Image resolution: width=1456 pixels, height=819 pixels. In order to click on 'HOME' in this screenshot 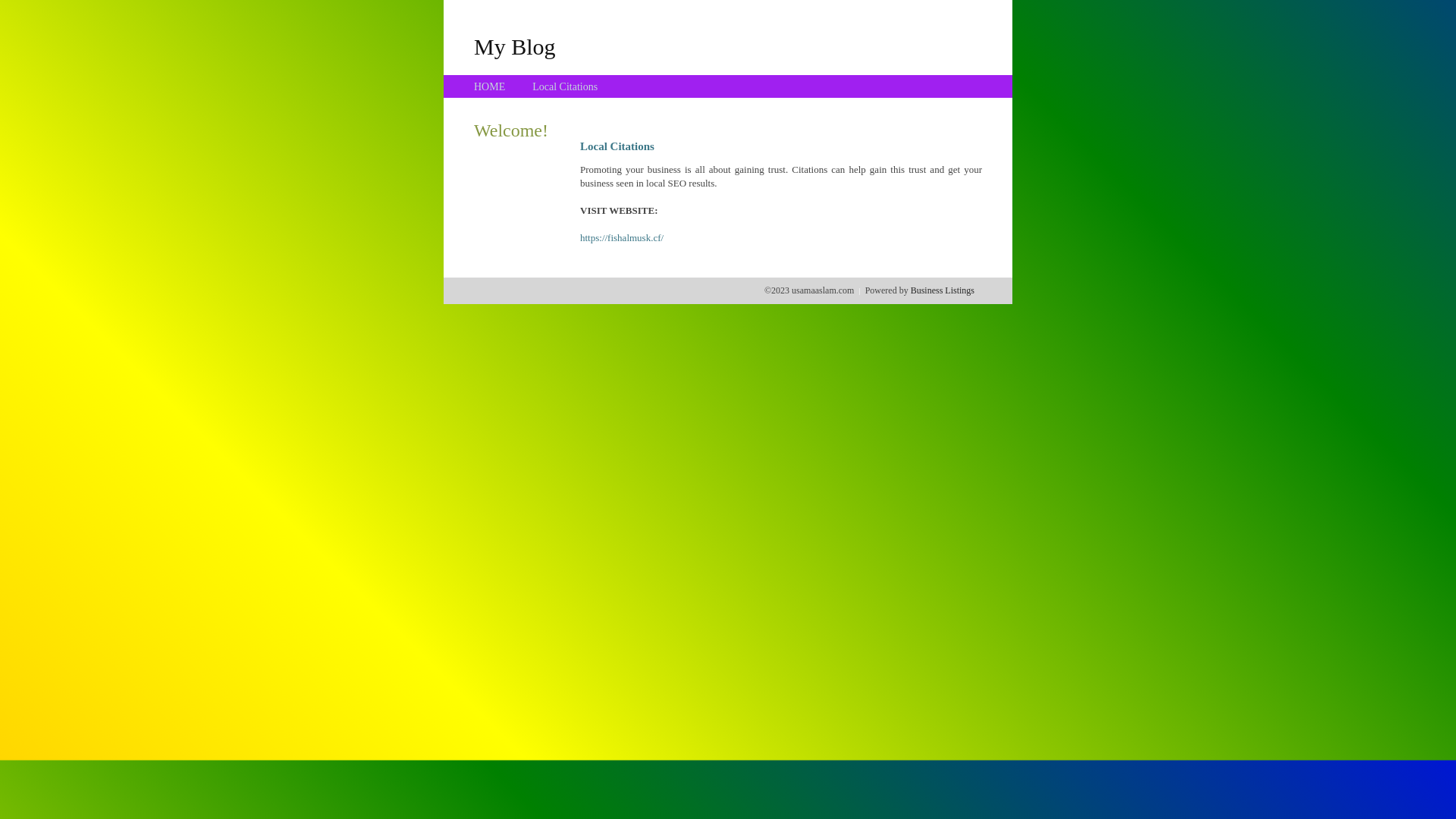, I will do `click(472, 86)`.